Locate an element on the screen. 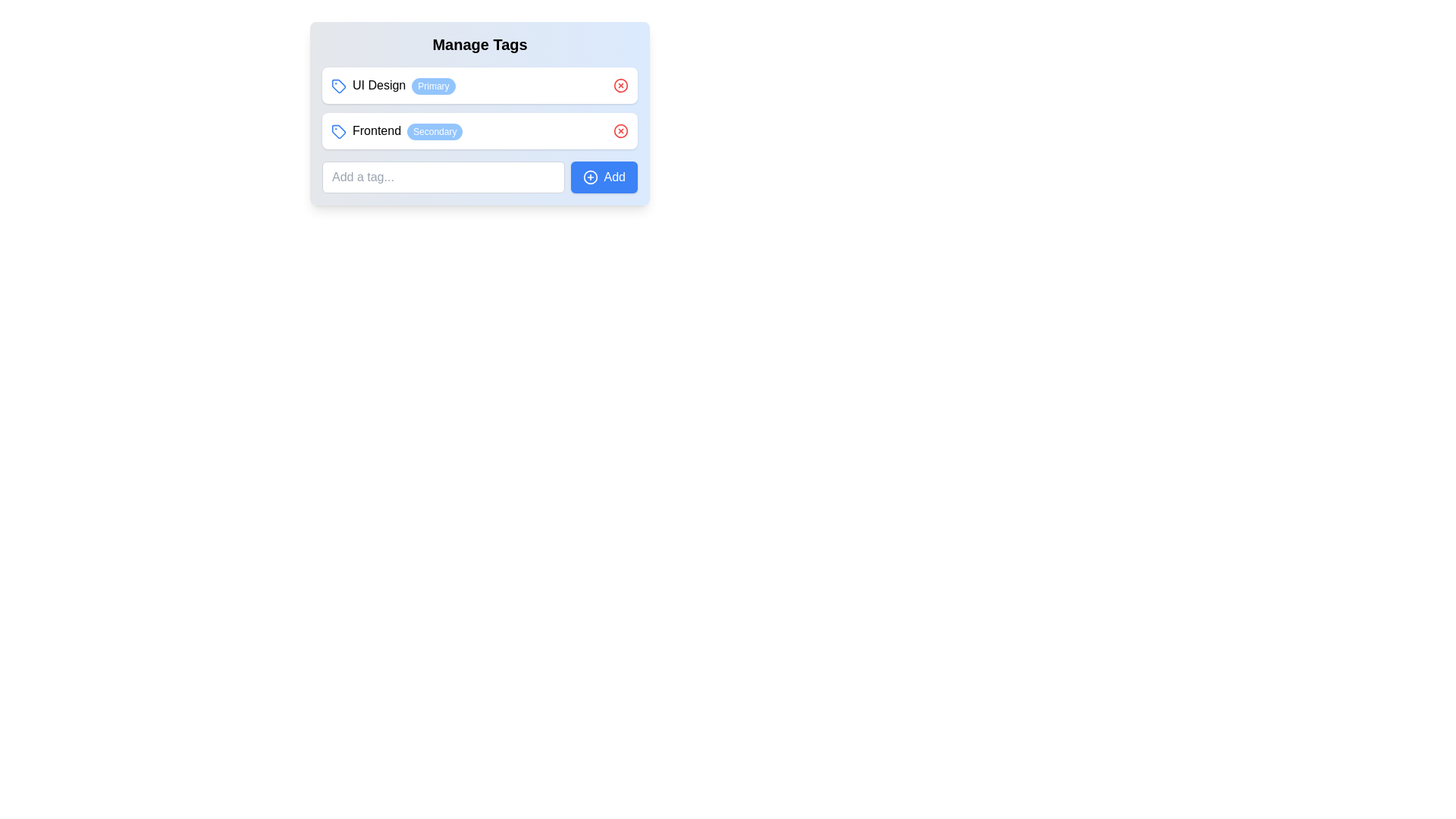 Image resolution: width=1456 pixels, height=819 pixels. the tag icon located to the left of the 'Frontend' text and above the 'Secondary' label in the 'FrontendSecondary' group for interaction is located at coordinates (337, 130).